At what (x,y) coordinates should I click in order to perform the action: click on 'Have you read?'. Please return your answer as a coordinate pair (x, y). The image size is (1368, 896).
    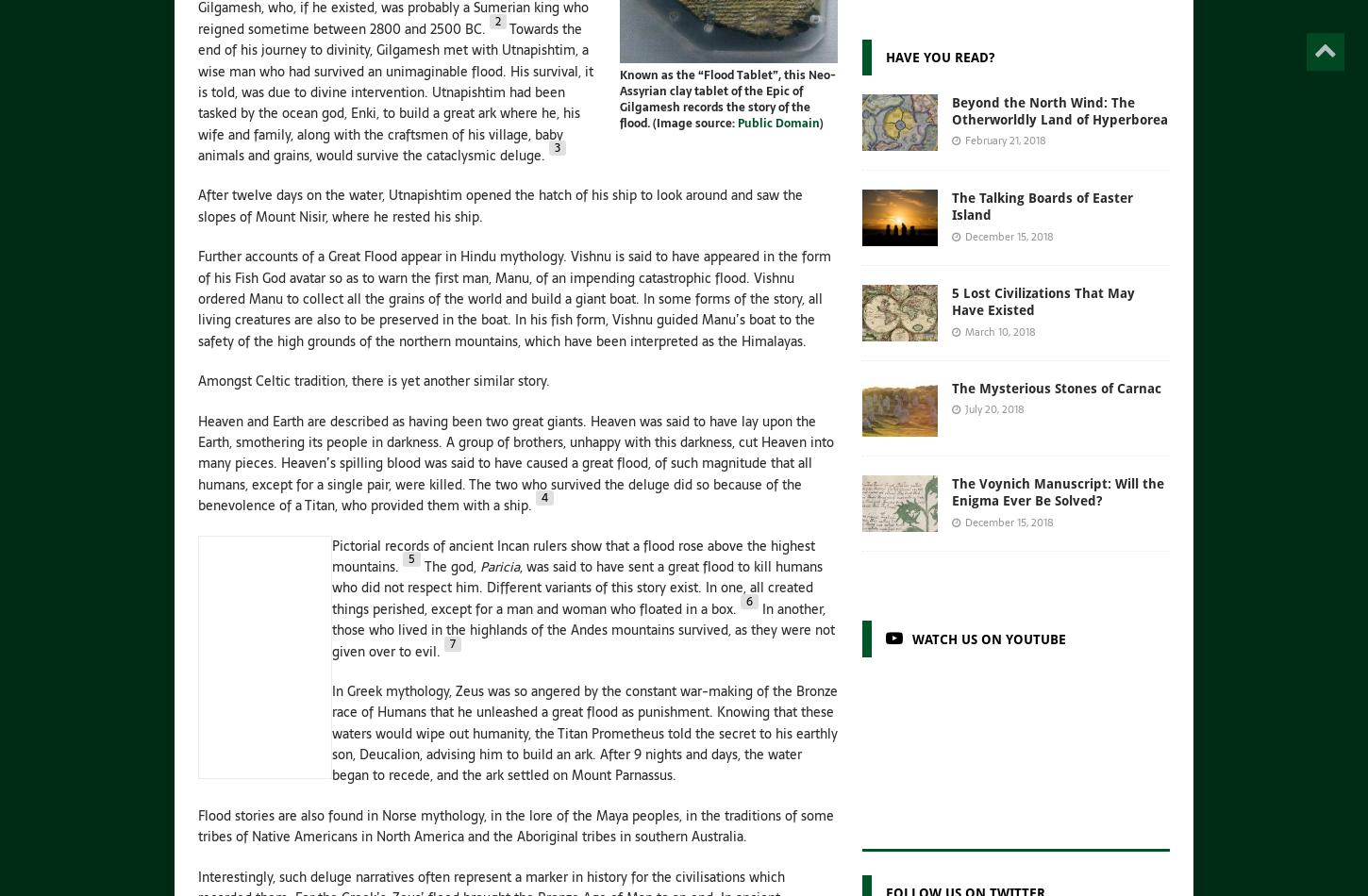
    Looking at the image, I should click on (939, 57).